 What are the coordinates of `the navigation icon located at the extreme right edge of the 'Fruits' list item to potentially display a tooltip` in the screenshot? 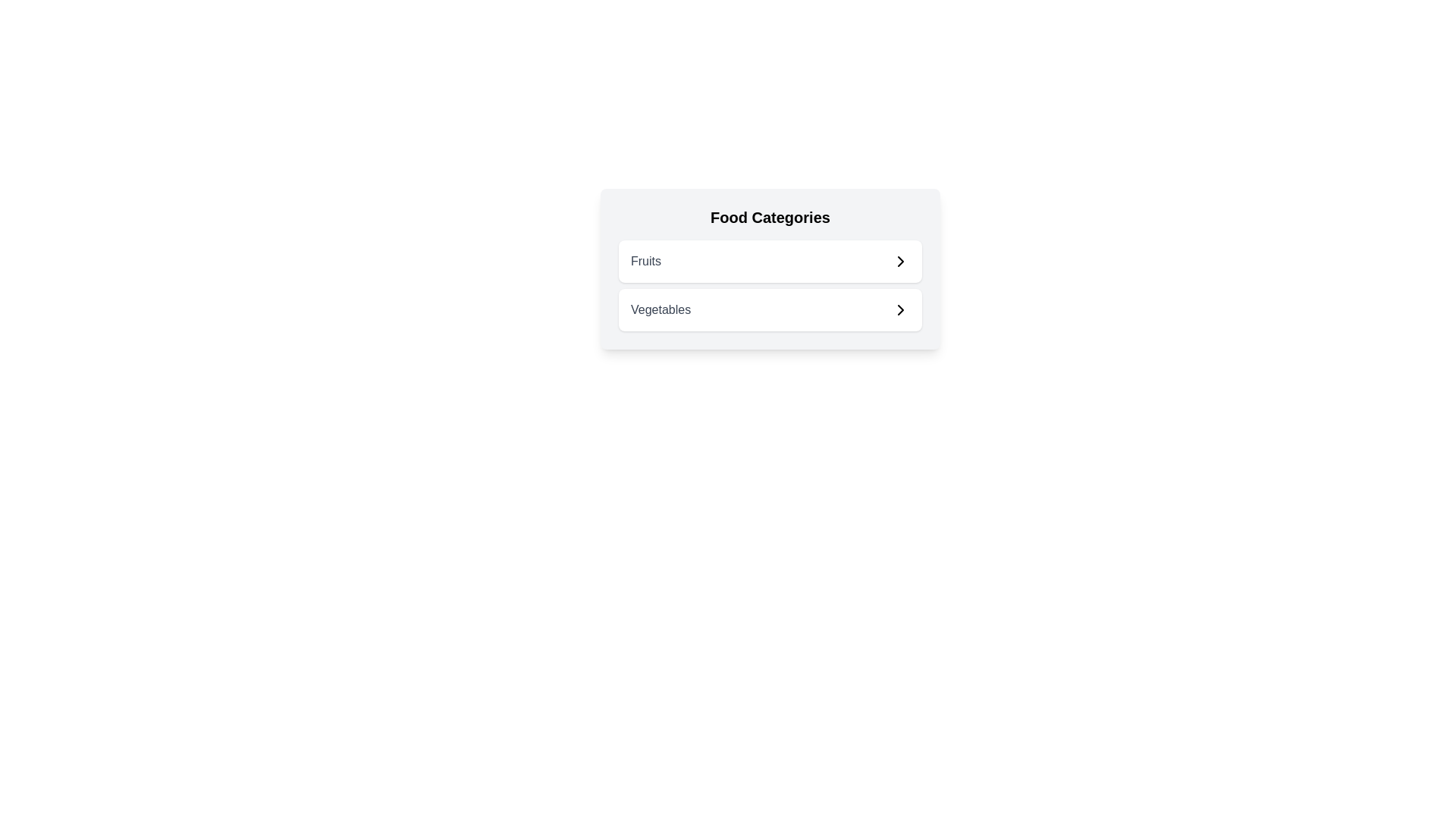 It's located at (901, 260).